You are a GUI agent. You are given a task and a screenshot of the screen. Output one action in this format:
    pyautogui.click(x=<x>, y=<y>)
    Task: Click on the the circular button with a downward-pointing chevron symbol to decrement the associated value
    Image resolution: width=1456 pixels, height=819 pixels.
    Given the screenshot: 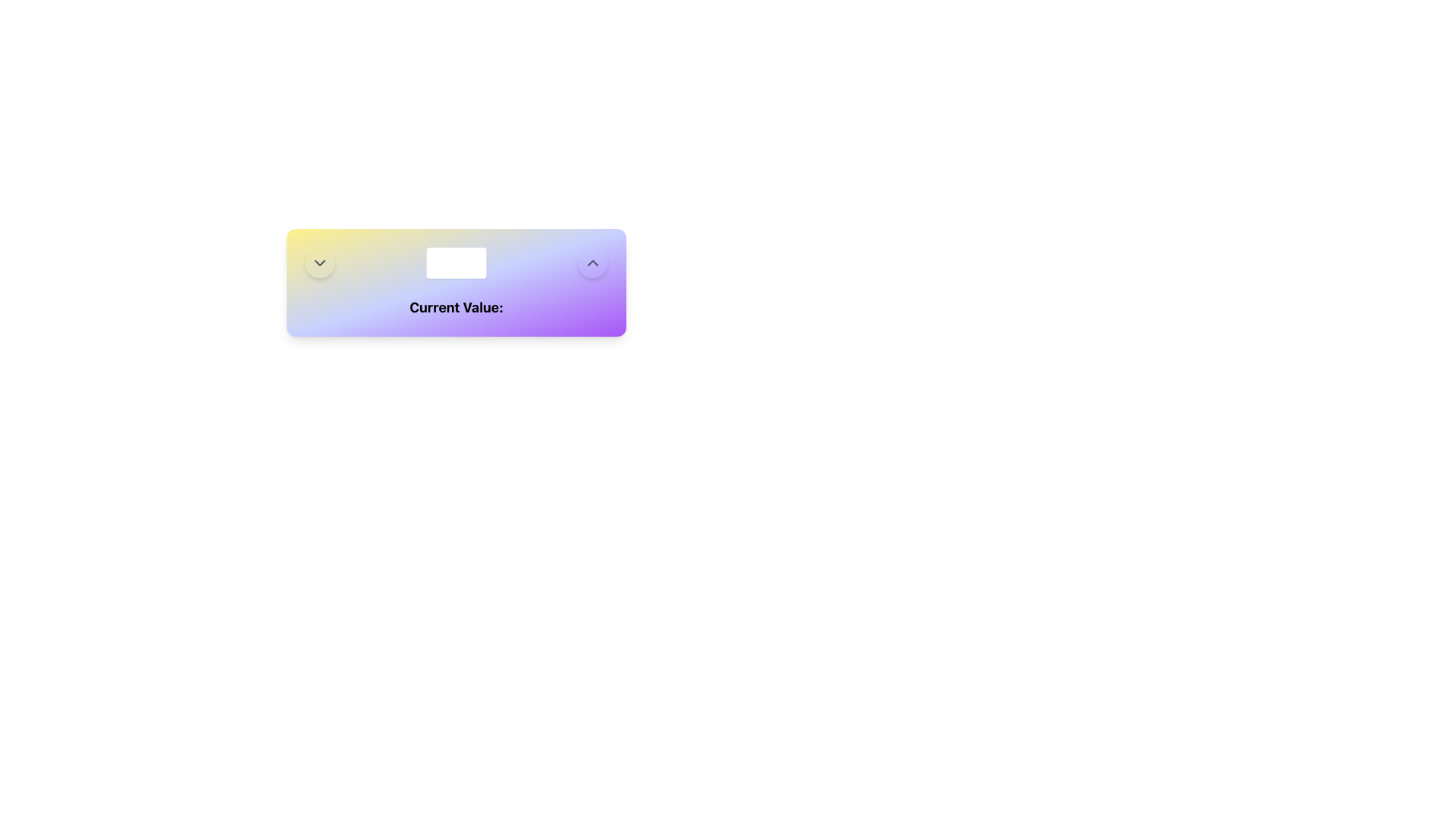 What is the action you would take?
    pyautogui.click(x=319, y=262)
    